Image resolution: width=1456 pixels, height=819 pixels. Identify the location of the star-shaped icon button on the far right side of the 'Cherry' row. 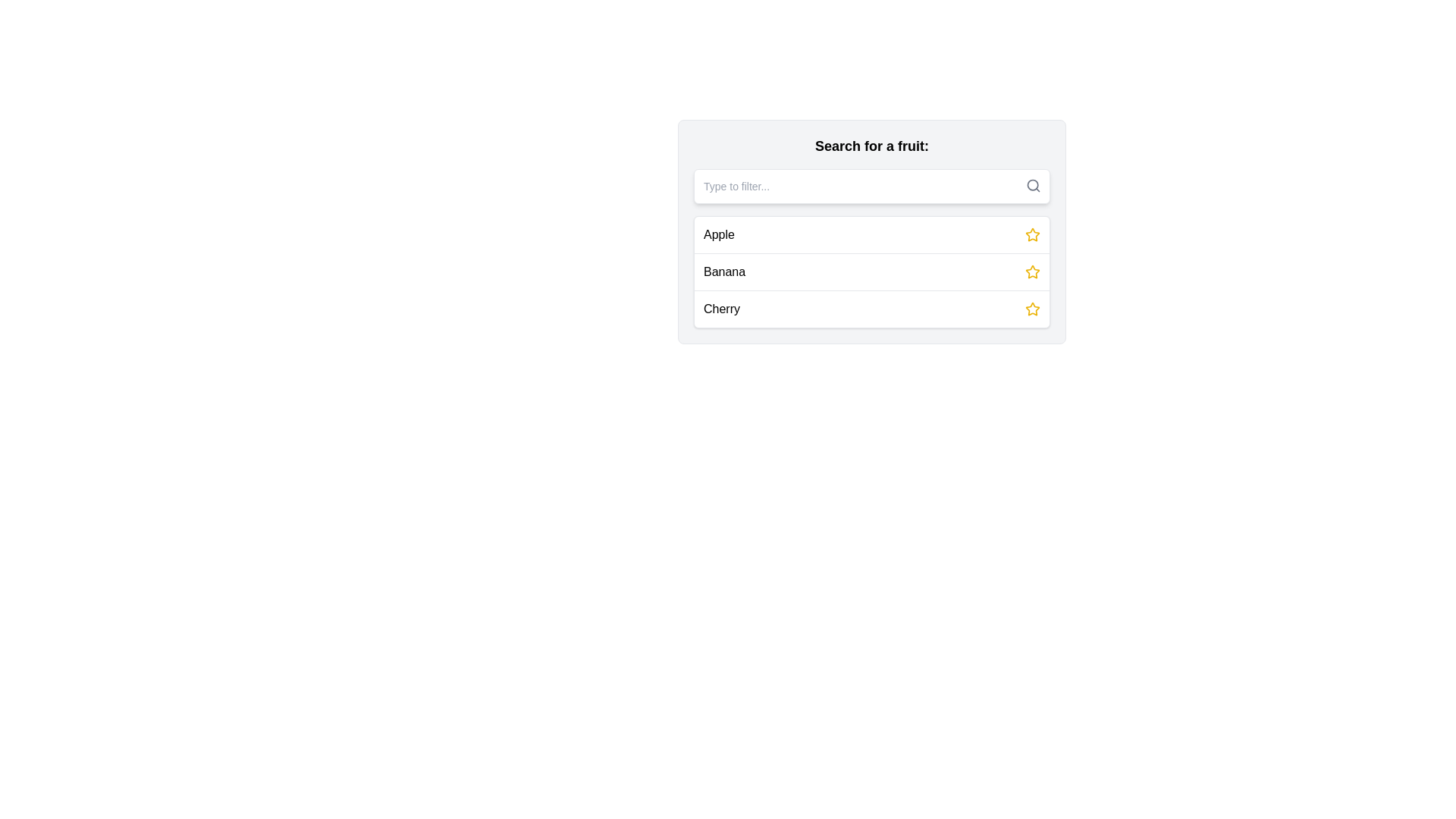
(1032, 309).